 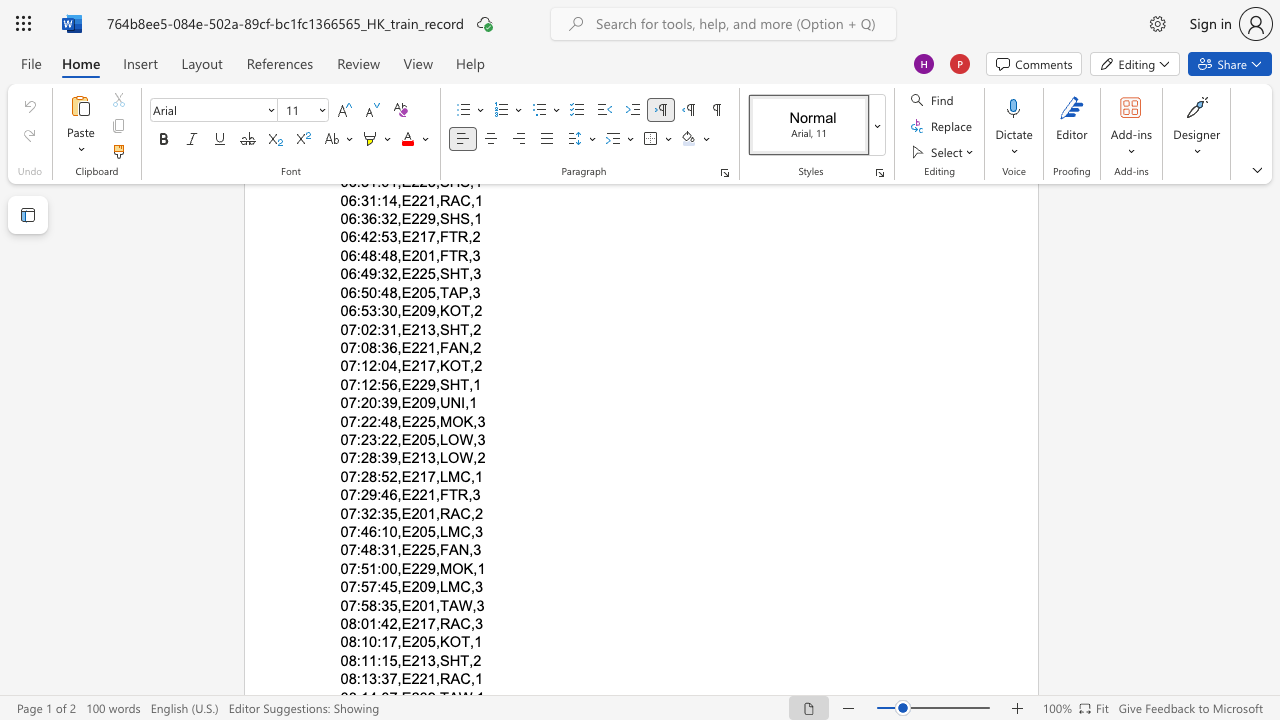 I want to click on the subset text "25," within the text "07:48:31,E225,FAN,3", so click(x=418, y=550).